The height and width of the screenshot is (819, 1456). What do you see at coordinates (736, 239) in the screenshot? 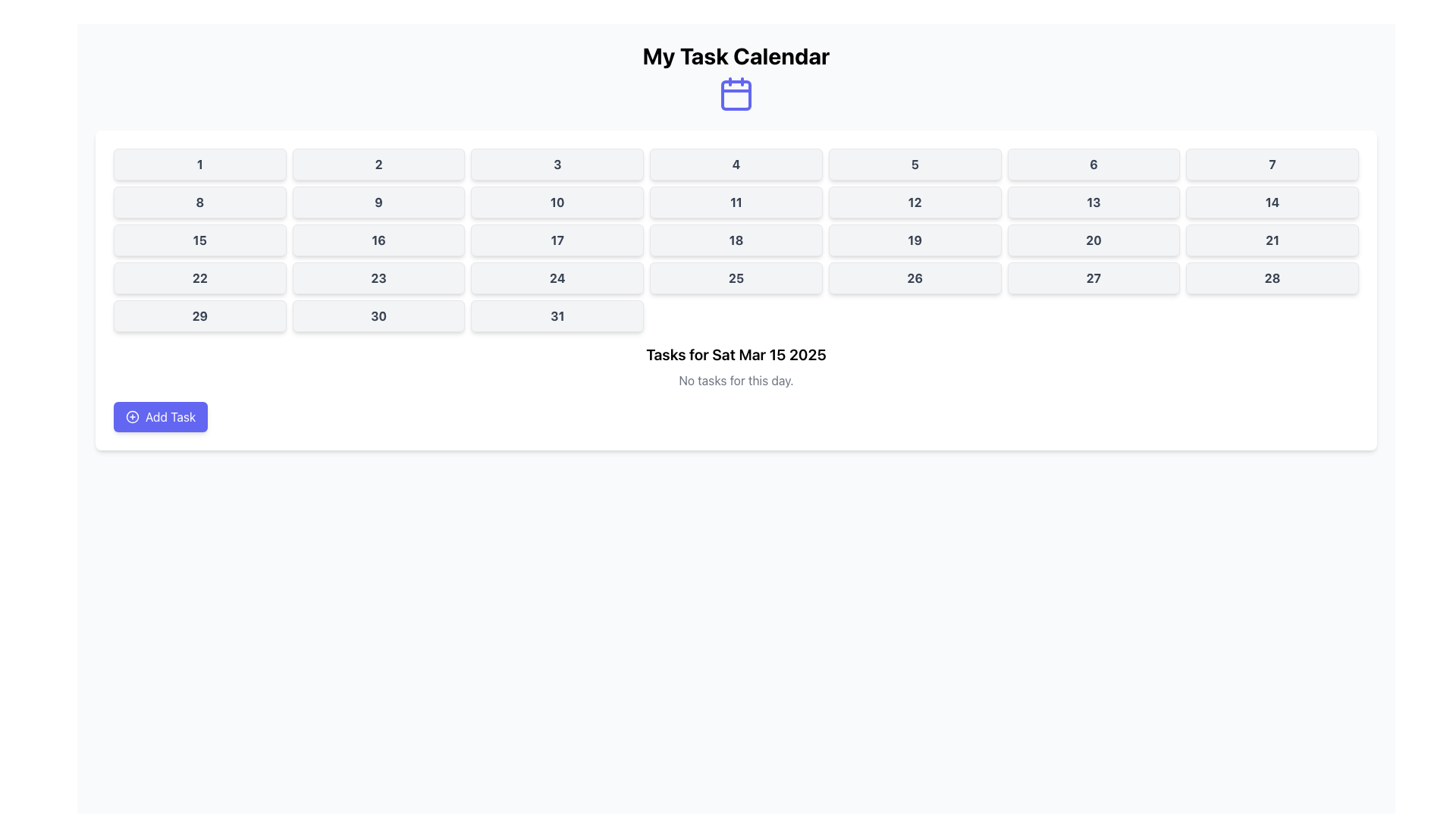
I see `the calendar date button representing the 18th, located in the third row and fourth column of the grid layout` at bounding box center [736, 239].